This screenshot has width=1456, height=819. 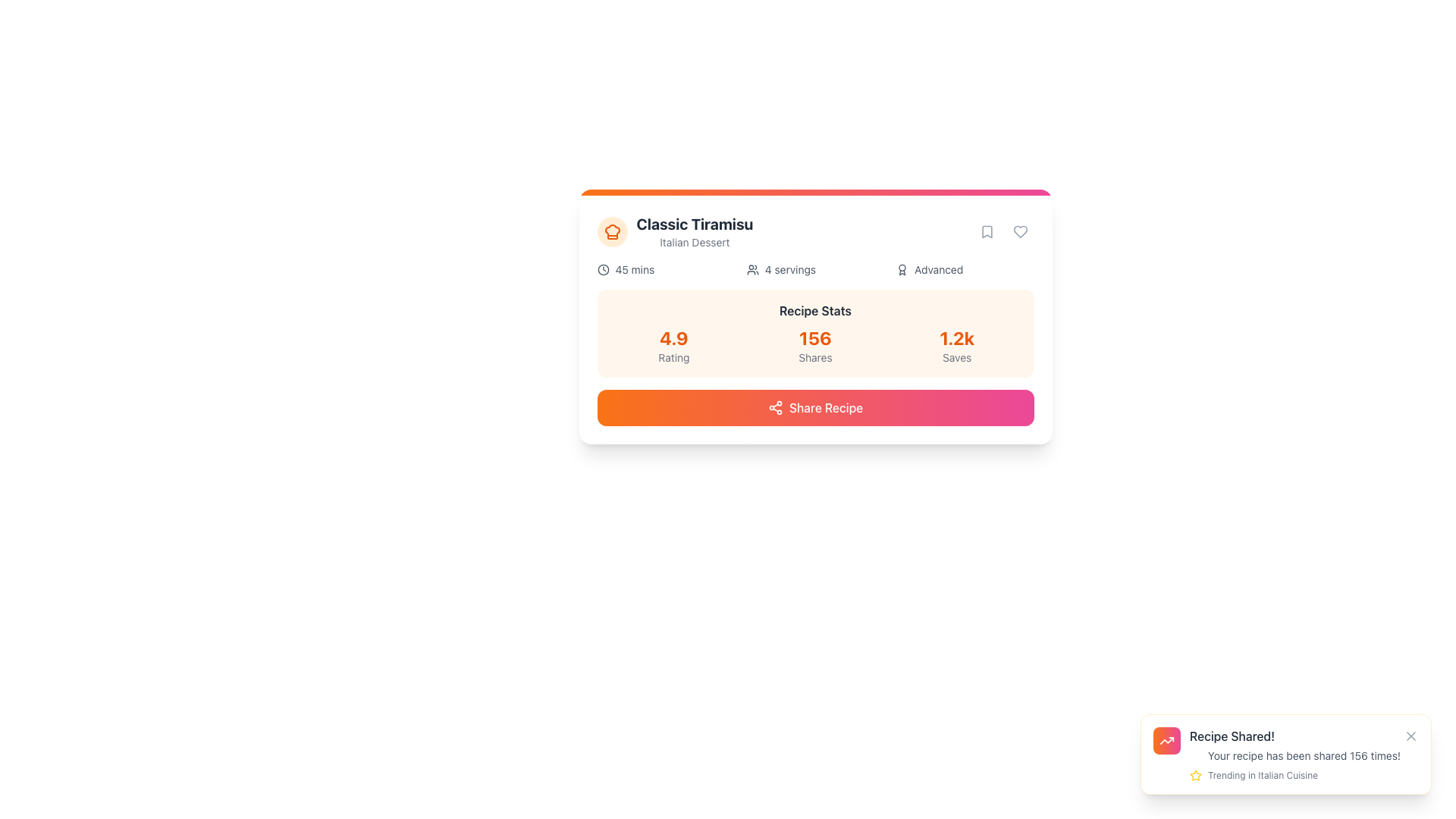 What do you see at coordinates (814, 357) in the screenshot?
I see `the Text Label that indicates the count of shares for the recipe, located directly below the bold number '156' in the 'Recipe Stats' section` at bounding box center [814, 357].